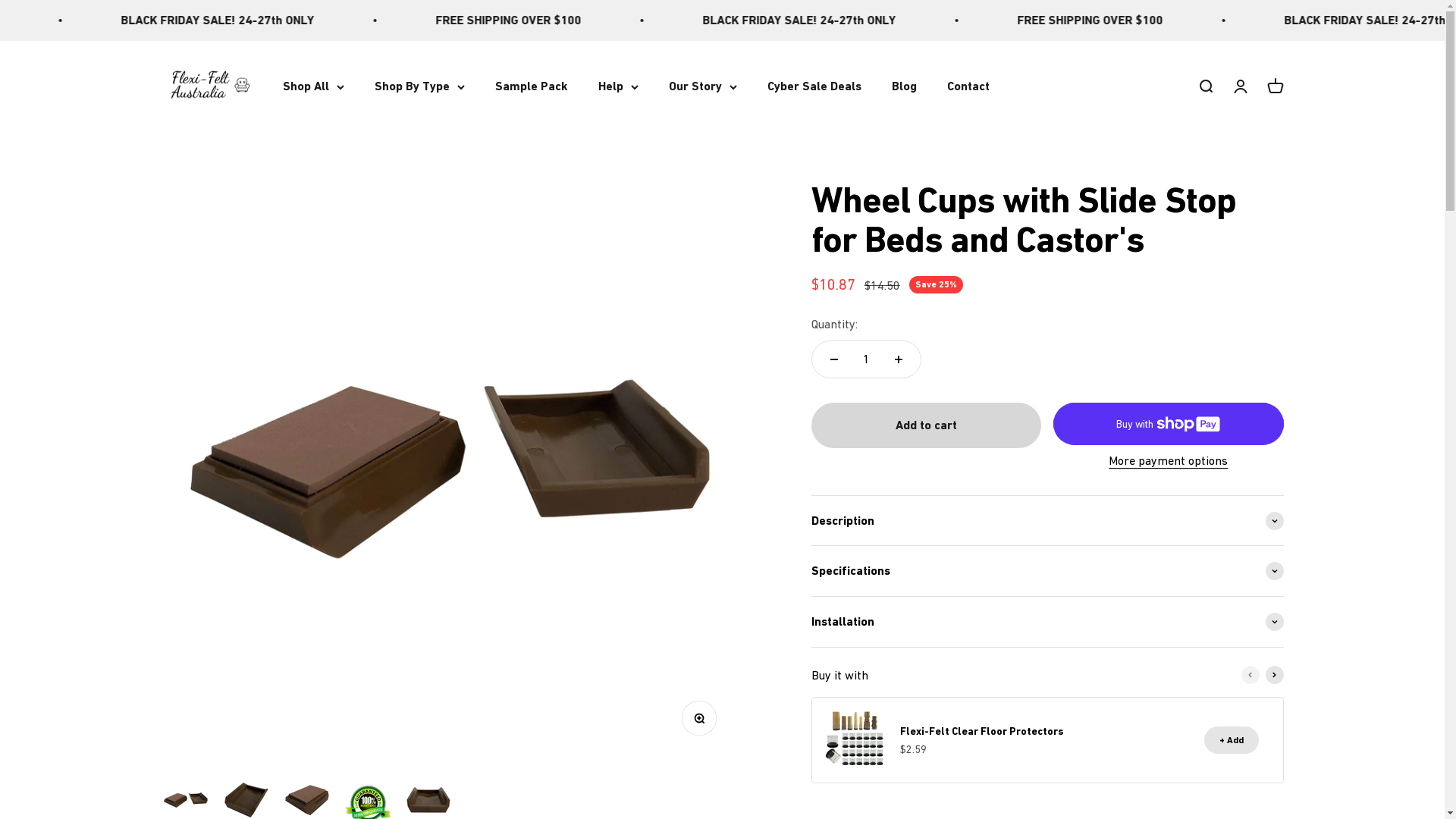 Image resolution: width=1456 pixels, height=819 pixels. I want to click on 'Flexi-Felt Clear Floor Protectors', so click(982, 730).